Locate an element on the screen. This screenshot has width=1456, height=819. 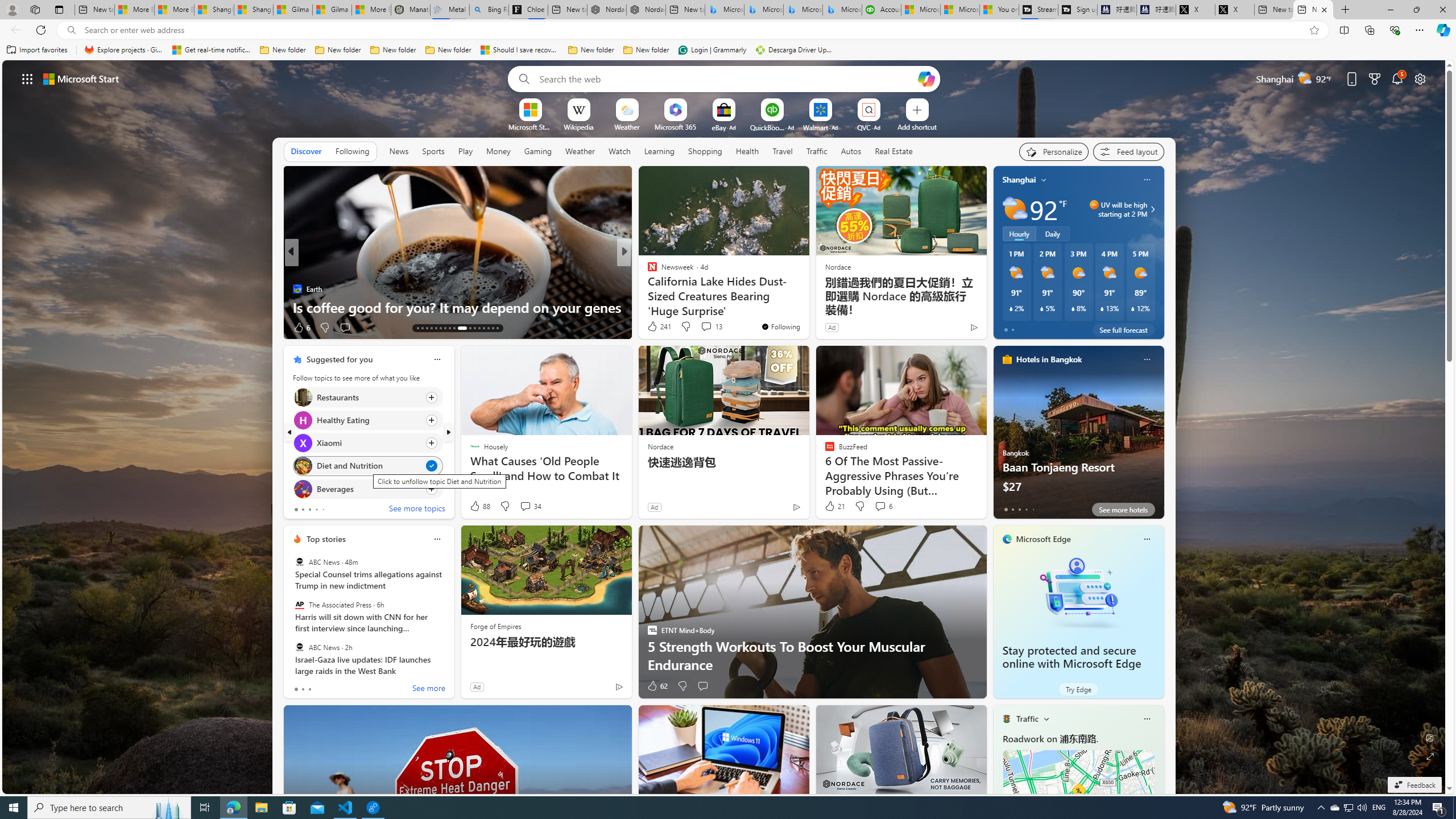
'Chloe Sorvino' is located at coordinates (528, 9).